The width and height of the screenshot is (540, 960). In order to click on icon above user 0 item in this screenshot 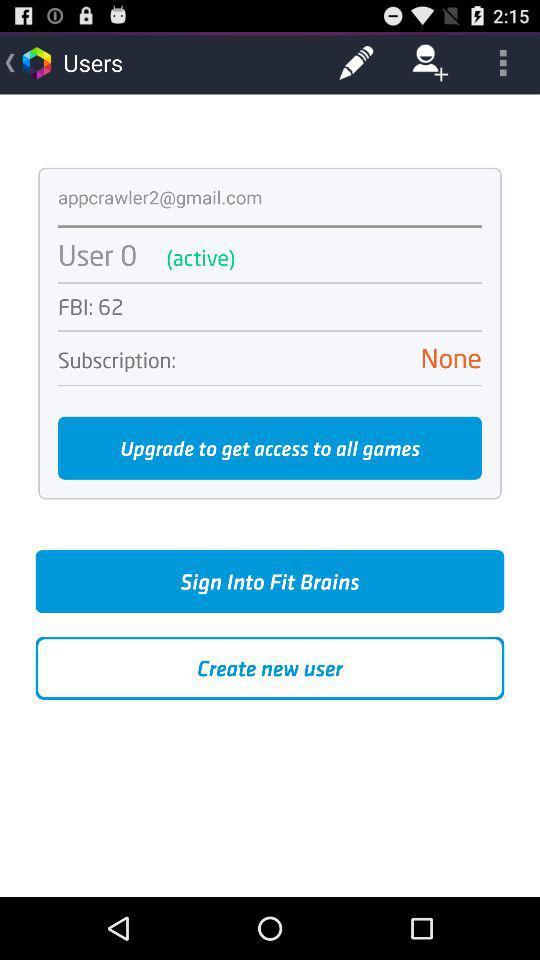, I will do `click(270, 226)`.